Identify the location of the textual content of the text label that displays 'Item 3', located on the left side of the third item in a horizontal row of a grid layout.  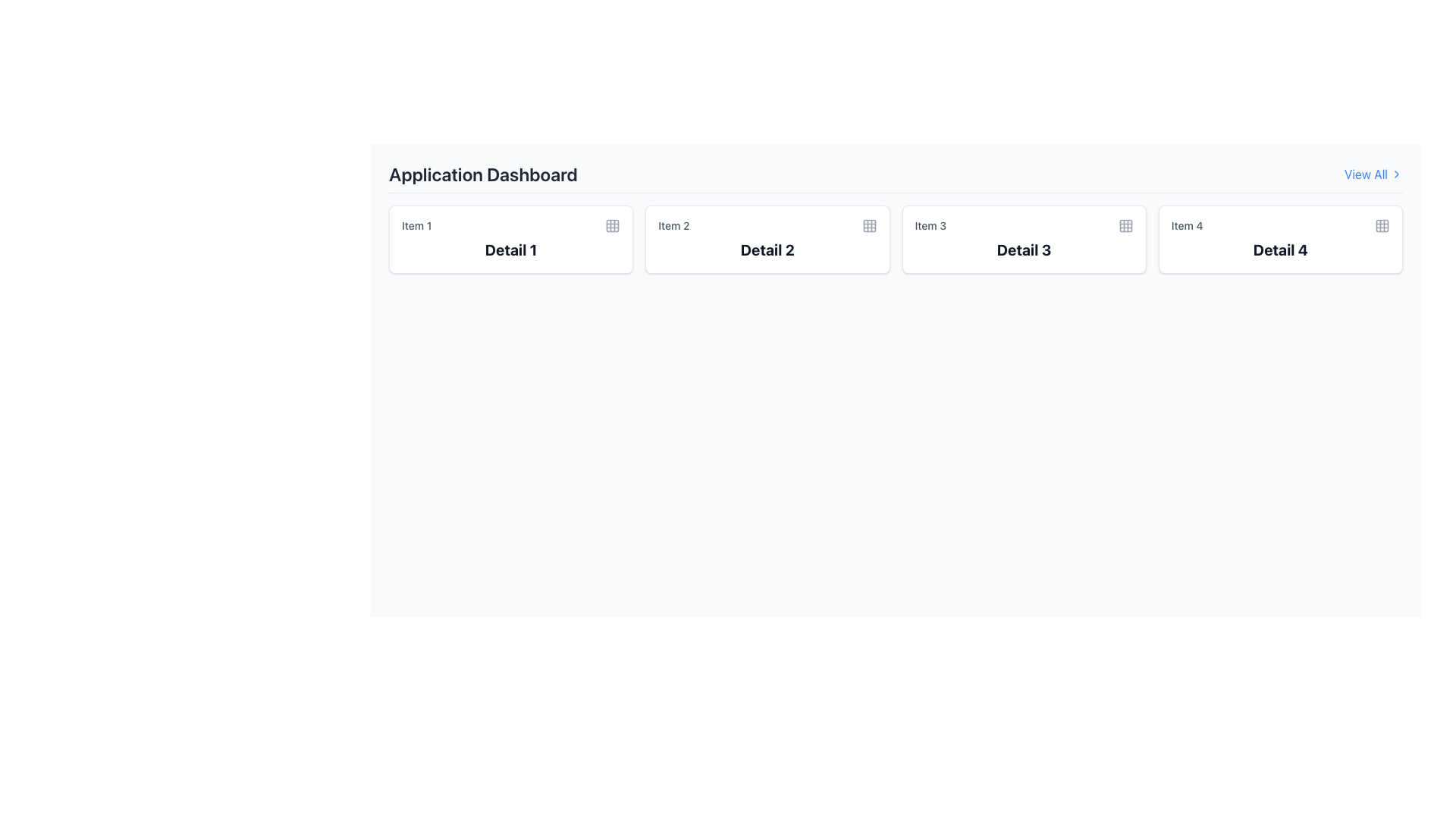
(930, 225).